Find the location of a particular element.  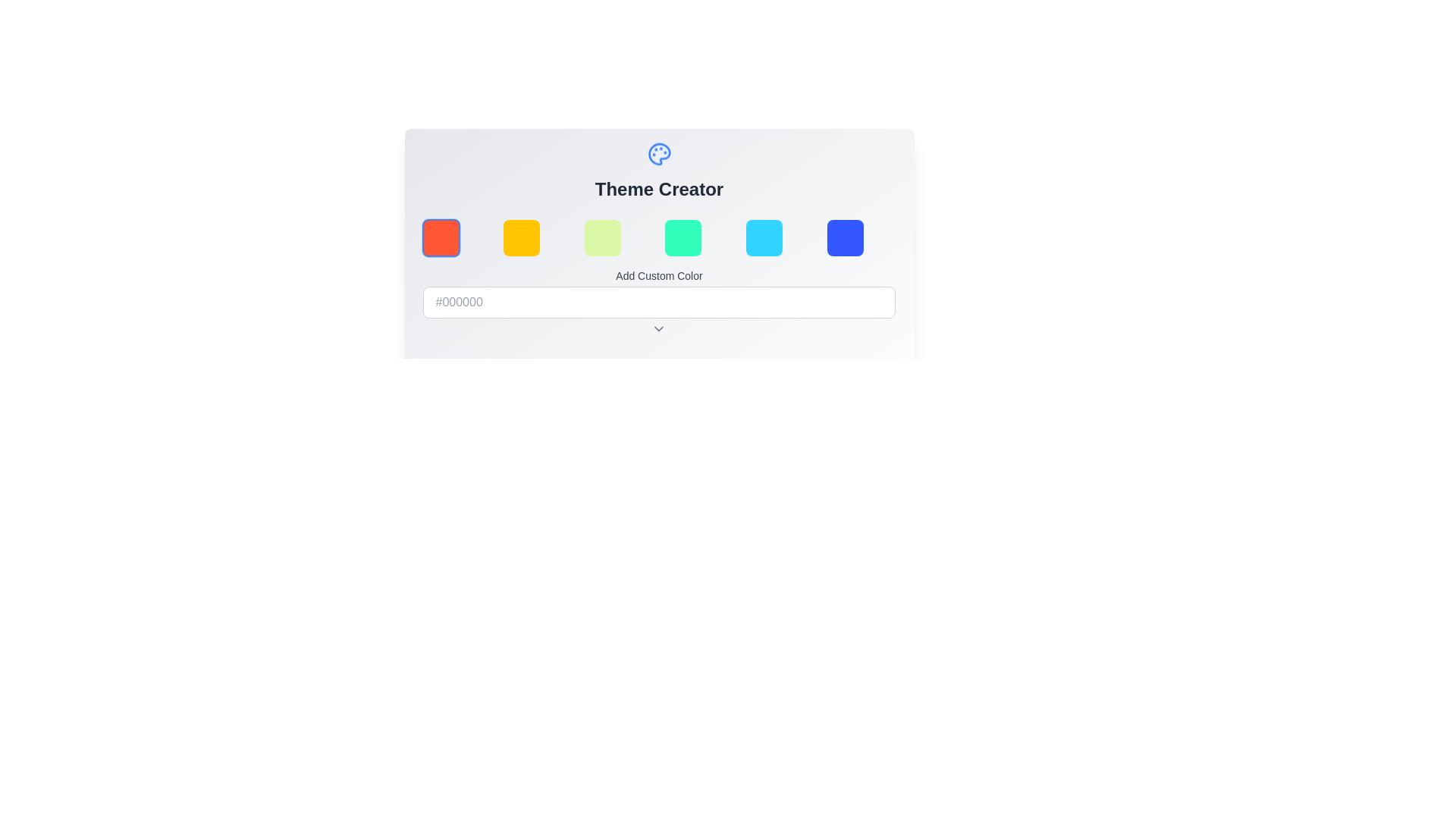

the first color option block in the grid layout is located at coordinates (440, 237).